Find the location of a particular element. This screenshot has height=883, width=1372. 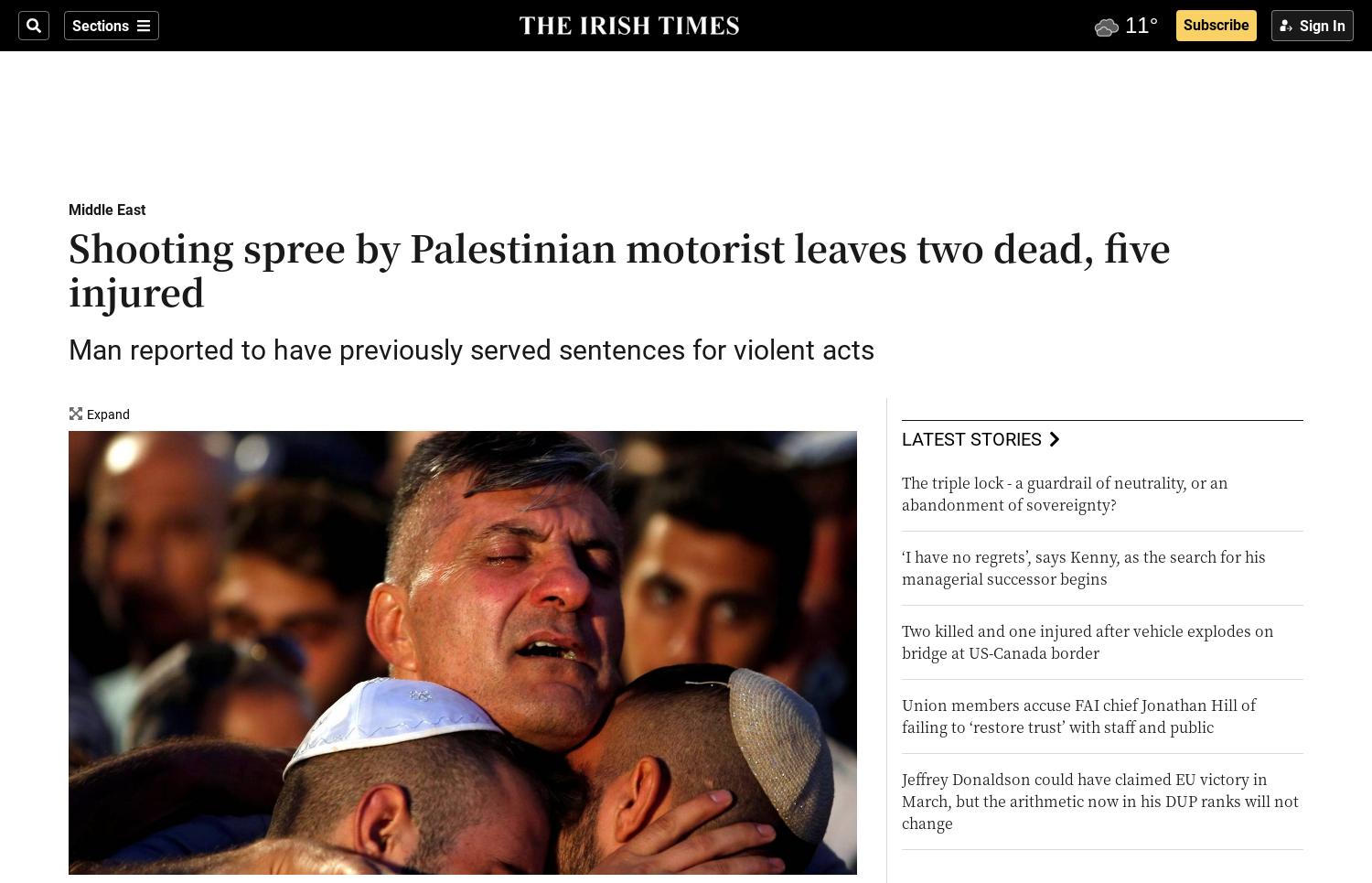

'Expand' is located at coordinates (107, 413).